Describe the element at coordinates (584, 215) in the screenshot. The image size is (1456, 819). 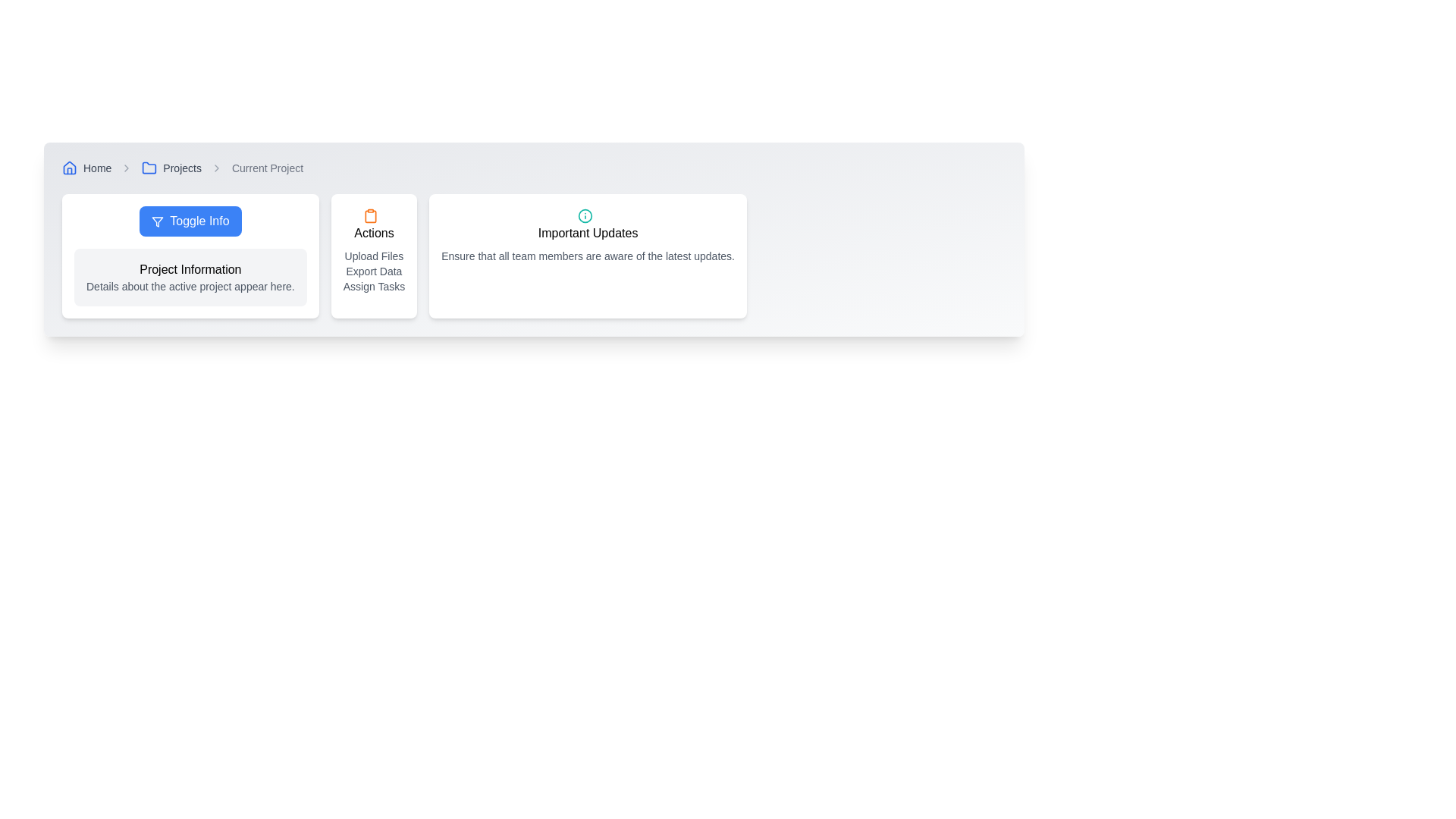
I see `the icon located at the top-left corner of the 'Important Updates' card, which serves as a visual indicator for that section` at that location.